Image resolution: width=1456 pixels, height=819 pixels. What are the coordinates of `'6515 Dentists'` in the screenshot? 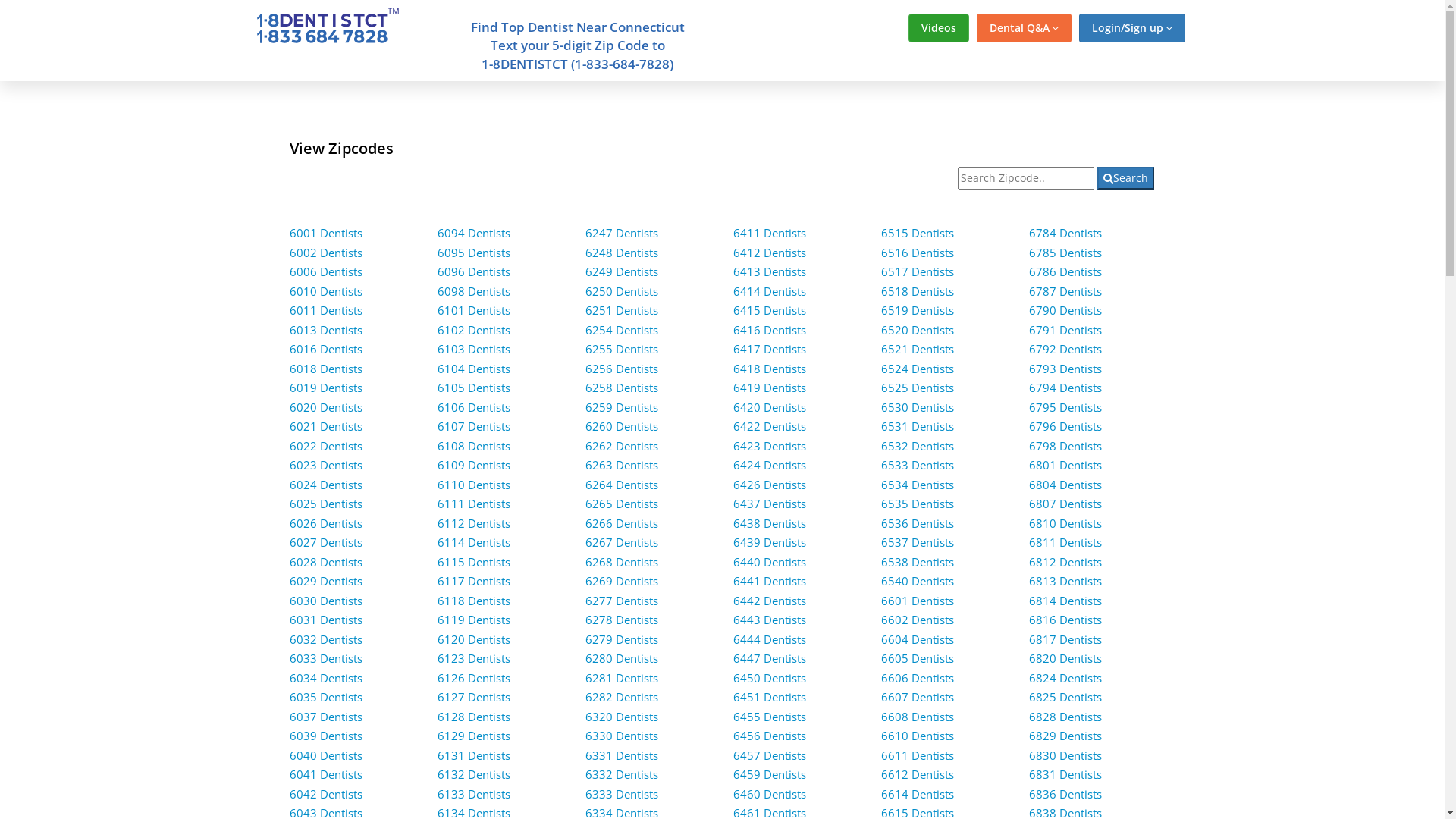 It's located at (916, 233).